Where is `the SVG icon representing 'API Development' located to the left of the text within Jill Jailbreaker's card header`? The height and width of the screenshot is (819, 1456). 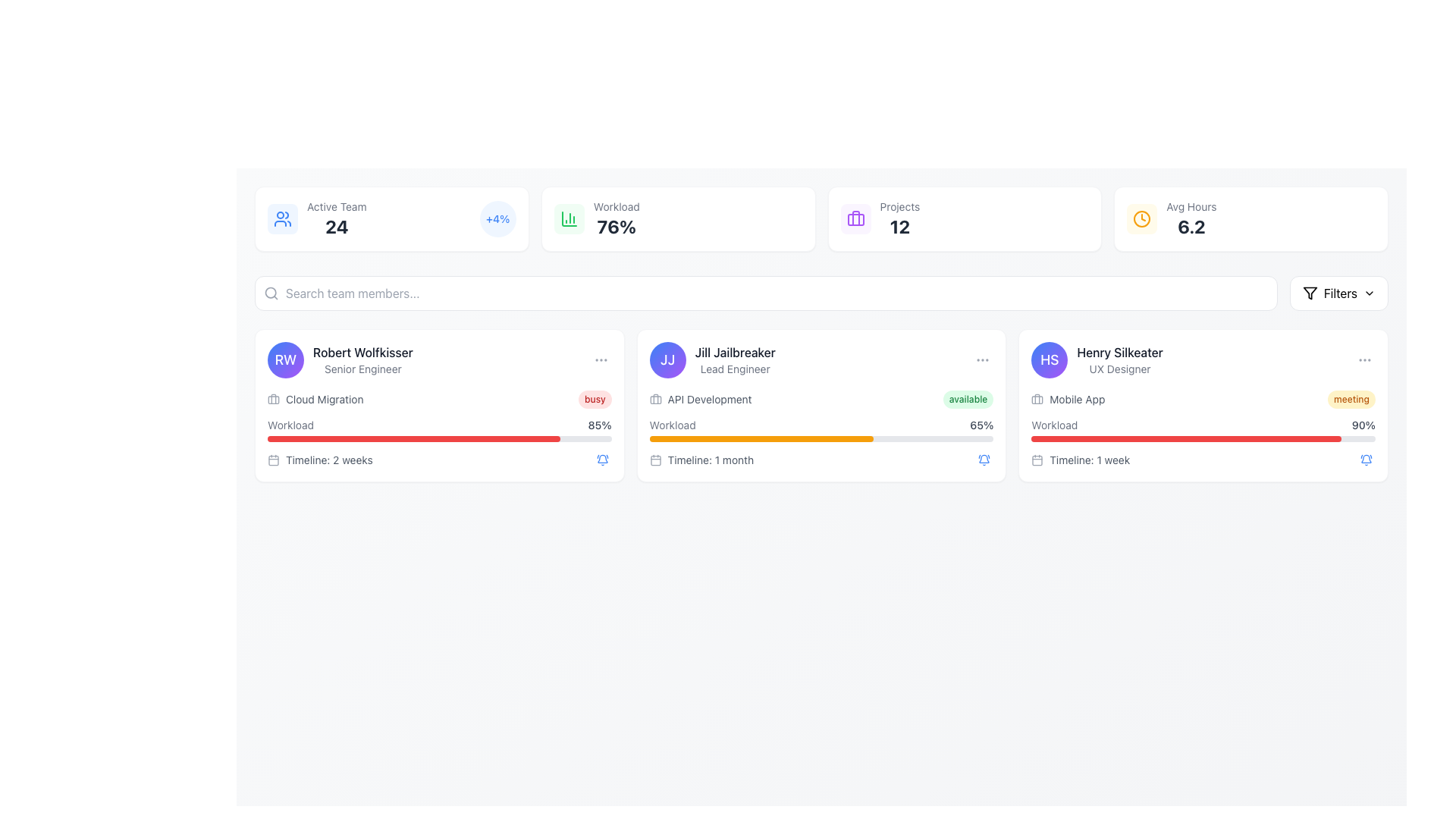
the SVG icon representing 'API Development' located to the left of the text within Jill Jailbreaker's card header is located at coordinates (655, 399).